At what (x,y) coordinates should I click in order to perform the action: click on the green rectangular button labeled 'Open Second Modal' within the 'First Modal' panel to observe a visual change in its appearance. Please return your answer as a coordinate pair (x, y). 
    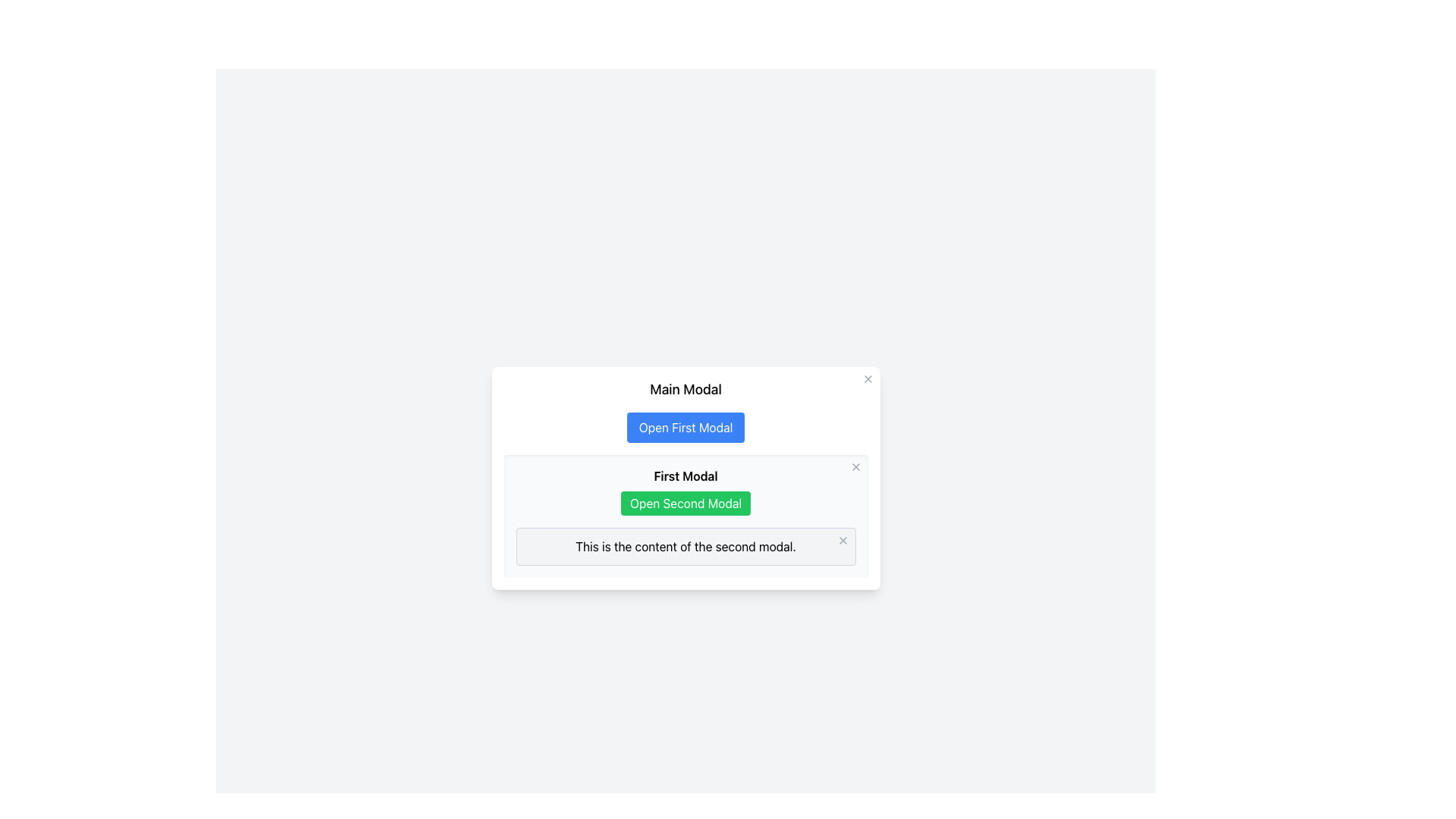
    Looking at the image, I should click on (685, 503).